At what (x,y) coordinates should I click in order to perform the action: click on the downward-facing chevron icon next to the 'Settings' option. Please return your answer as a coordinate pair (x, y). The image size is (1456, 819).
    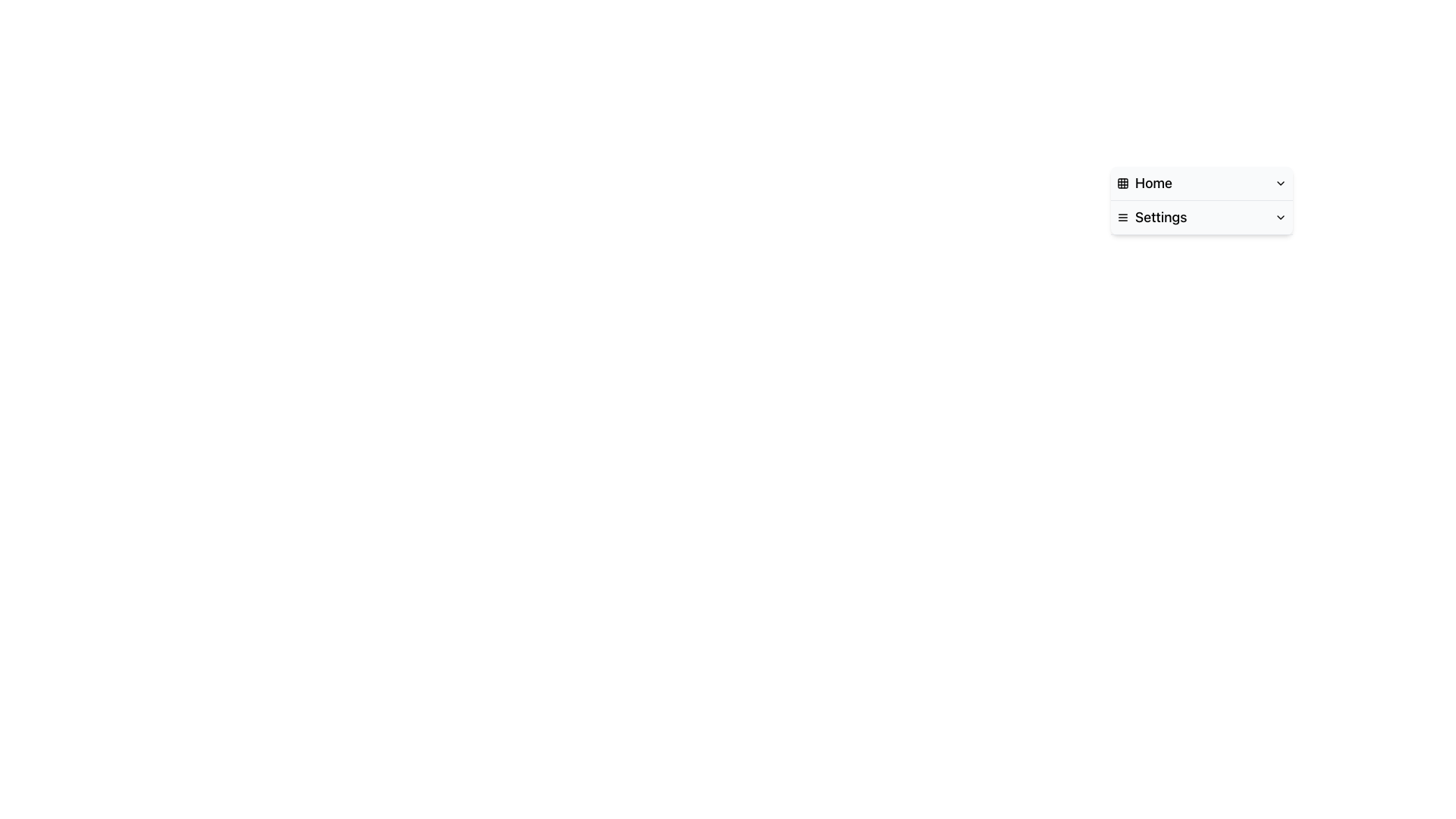
    Looking at the image, I should click on (1280, 217).